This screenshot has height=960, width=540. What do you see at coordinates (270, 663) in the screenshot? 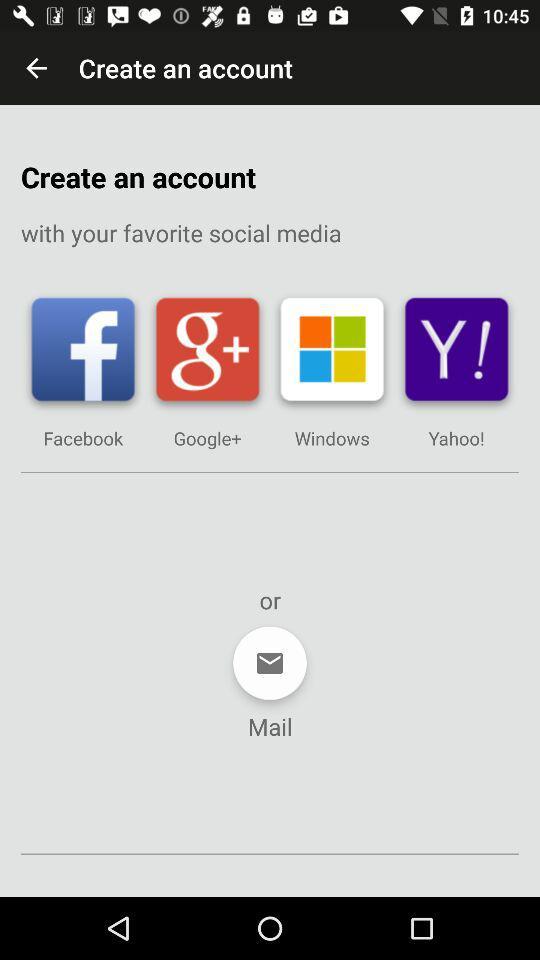
I see `mail` at bounding box center [270, 663].